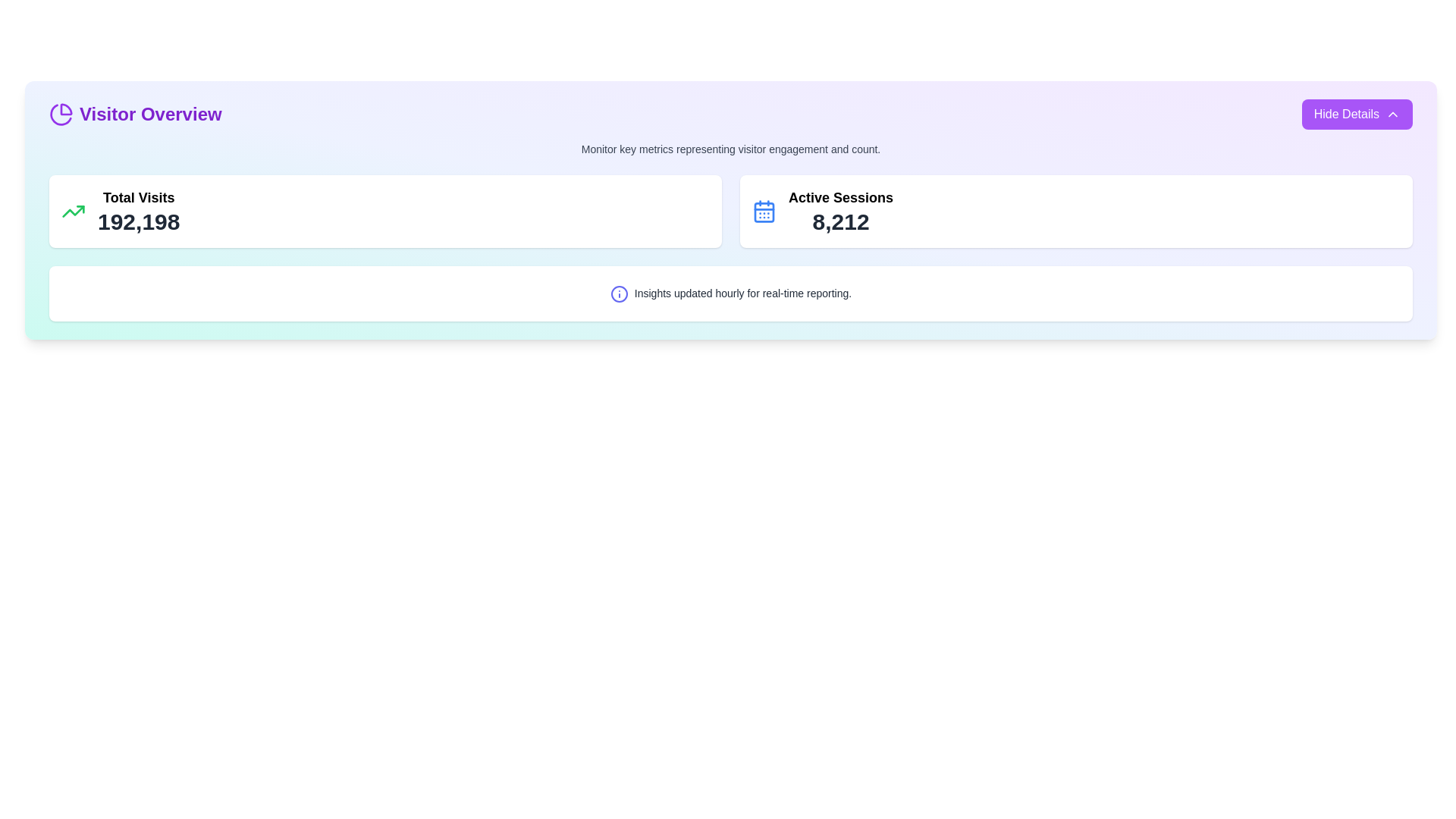 Image resolution: width=1456 pixels, height=819 pixels. I want to click on value displayed in the bold numeric text '8,212' under the label 'Active Sessions' in the metrics display card, so click(839, 222).